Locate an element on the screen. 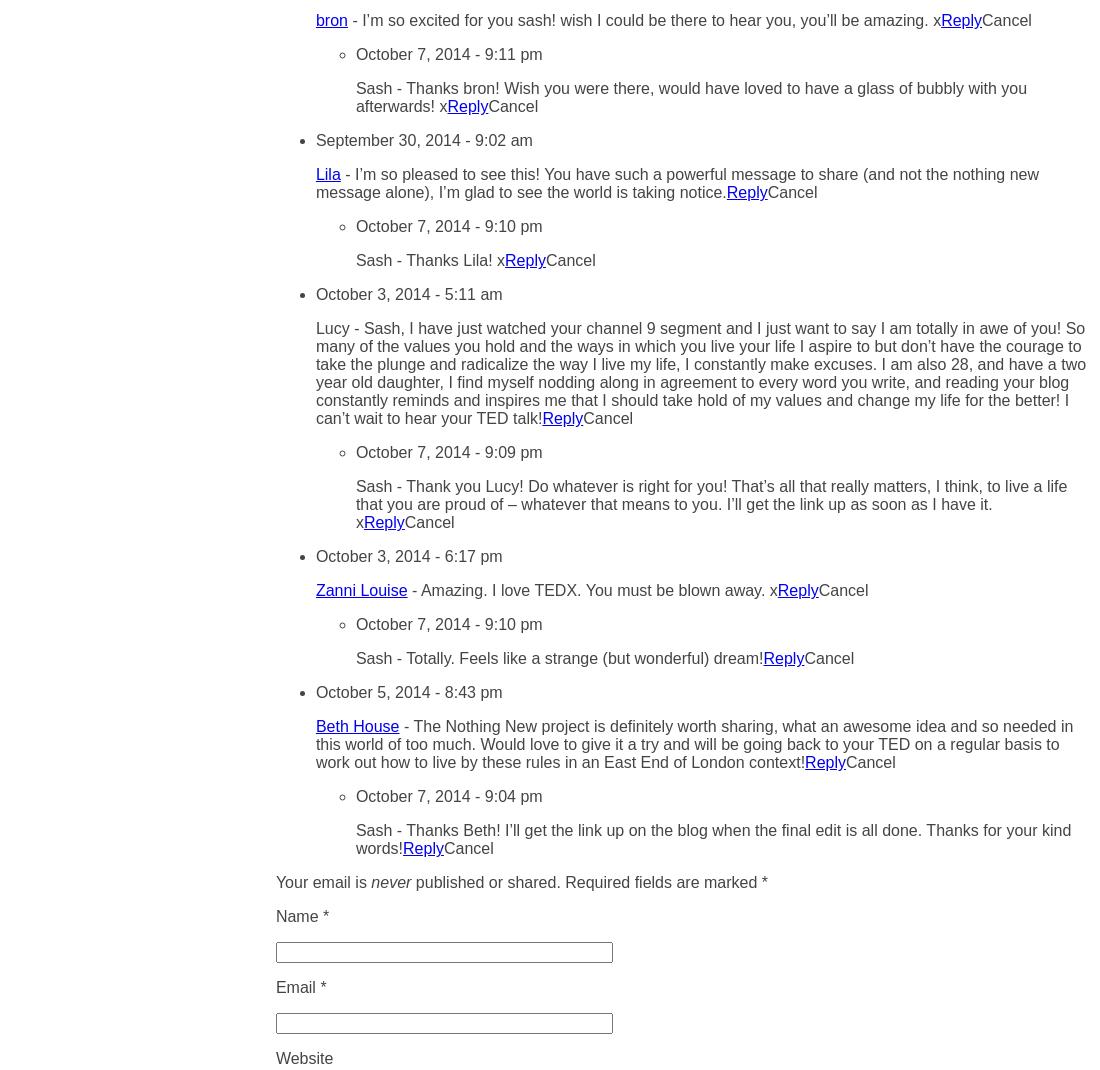  'October 7, 2014 - 9:11 pm' is located at coordinates (447, 53).